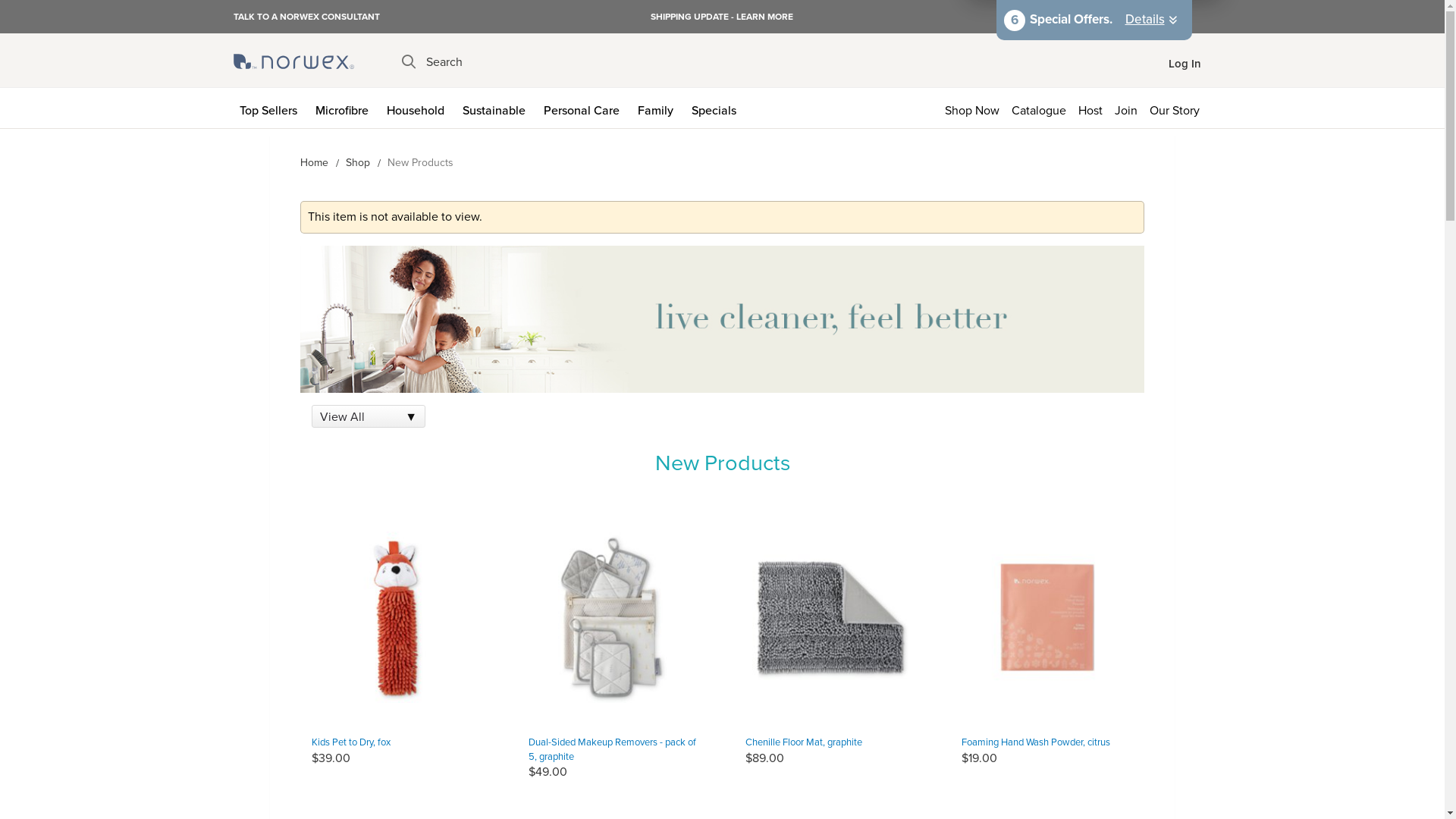  Describe the element at coordinates (306, 15) in the screenshot. I see `'TALK TO A NORWEX CONSULTANT'` at that location.